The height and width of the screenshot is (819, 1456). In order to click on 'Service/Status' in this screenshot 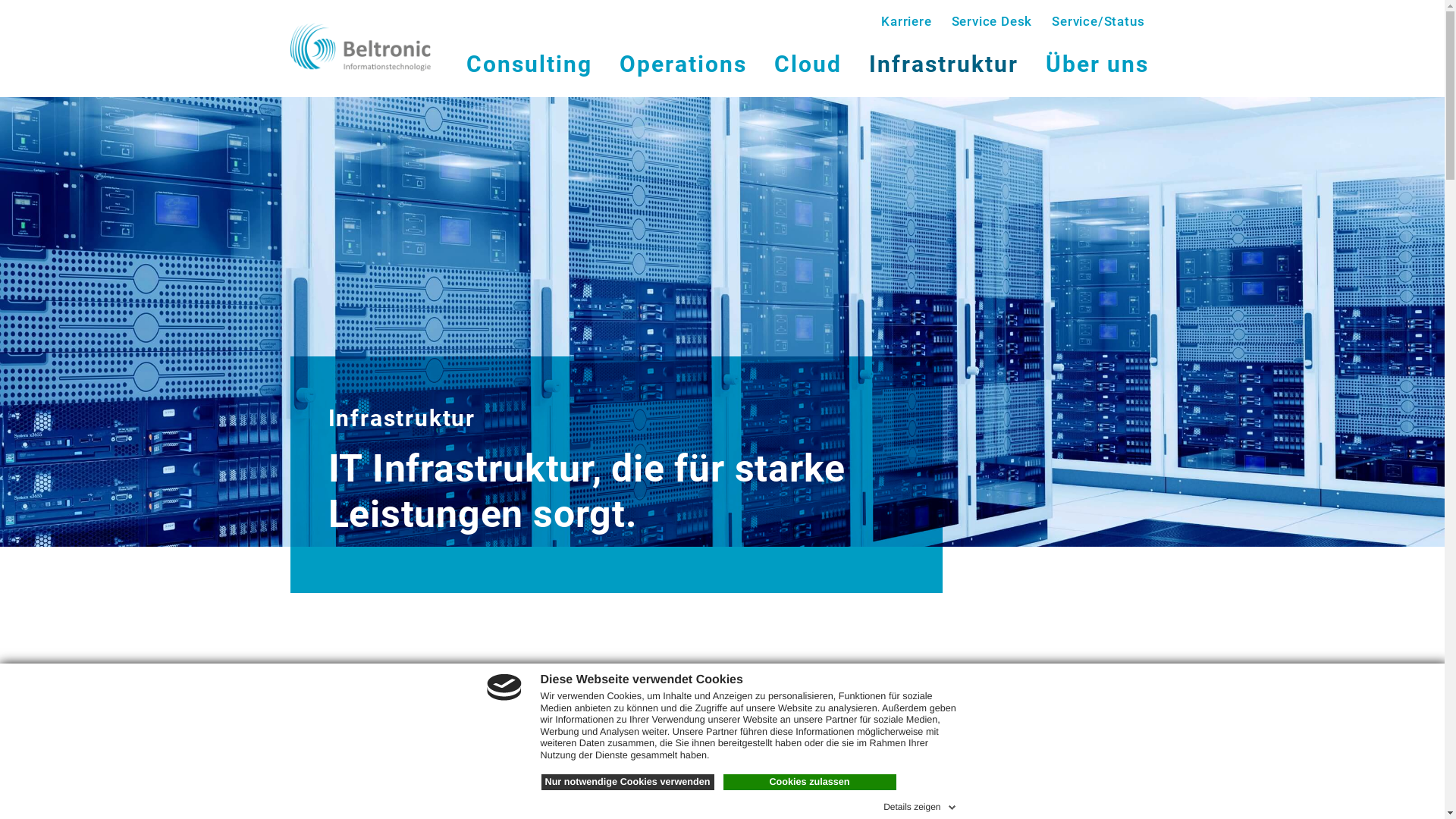, I will do `click(1098, 27)`.